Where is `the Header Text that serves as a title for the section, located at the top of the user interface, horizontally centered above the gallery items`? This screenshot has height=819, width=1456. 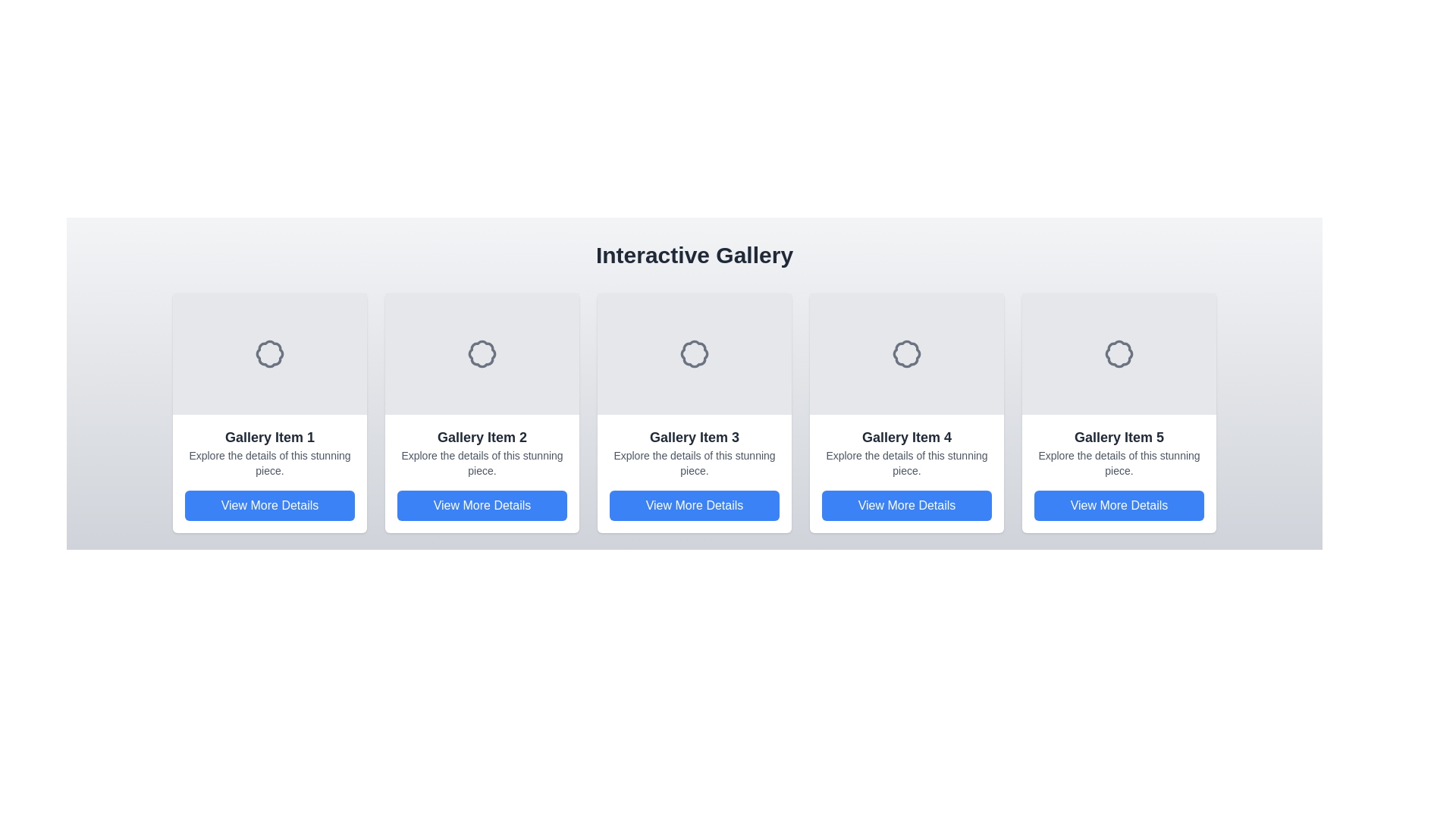
the Header Text that serves as a title for the section, located at the top of the user interface, horizontally centered above the gallery items is located at coordinates (694, 254).